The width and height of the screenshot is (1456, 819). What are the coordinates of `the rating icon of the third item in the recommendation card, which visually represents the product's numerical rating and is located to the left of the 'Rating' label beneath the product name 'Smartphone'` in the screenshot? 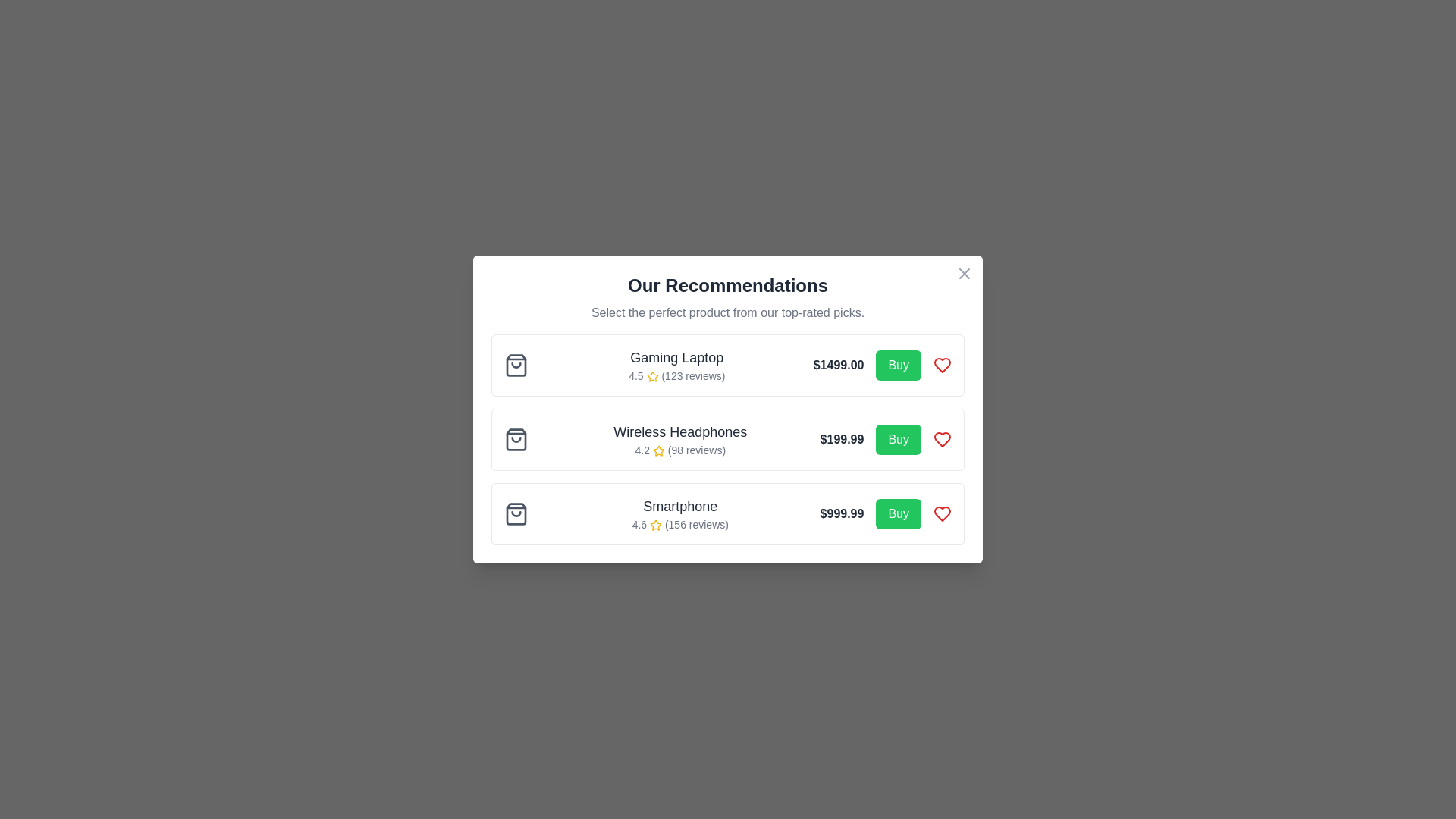 It's located at (655, 525).